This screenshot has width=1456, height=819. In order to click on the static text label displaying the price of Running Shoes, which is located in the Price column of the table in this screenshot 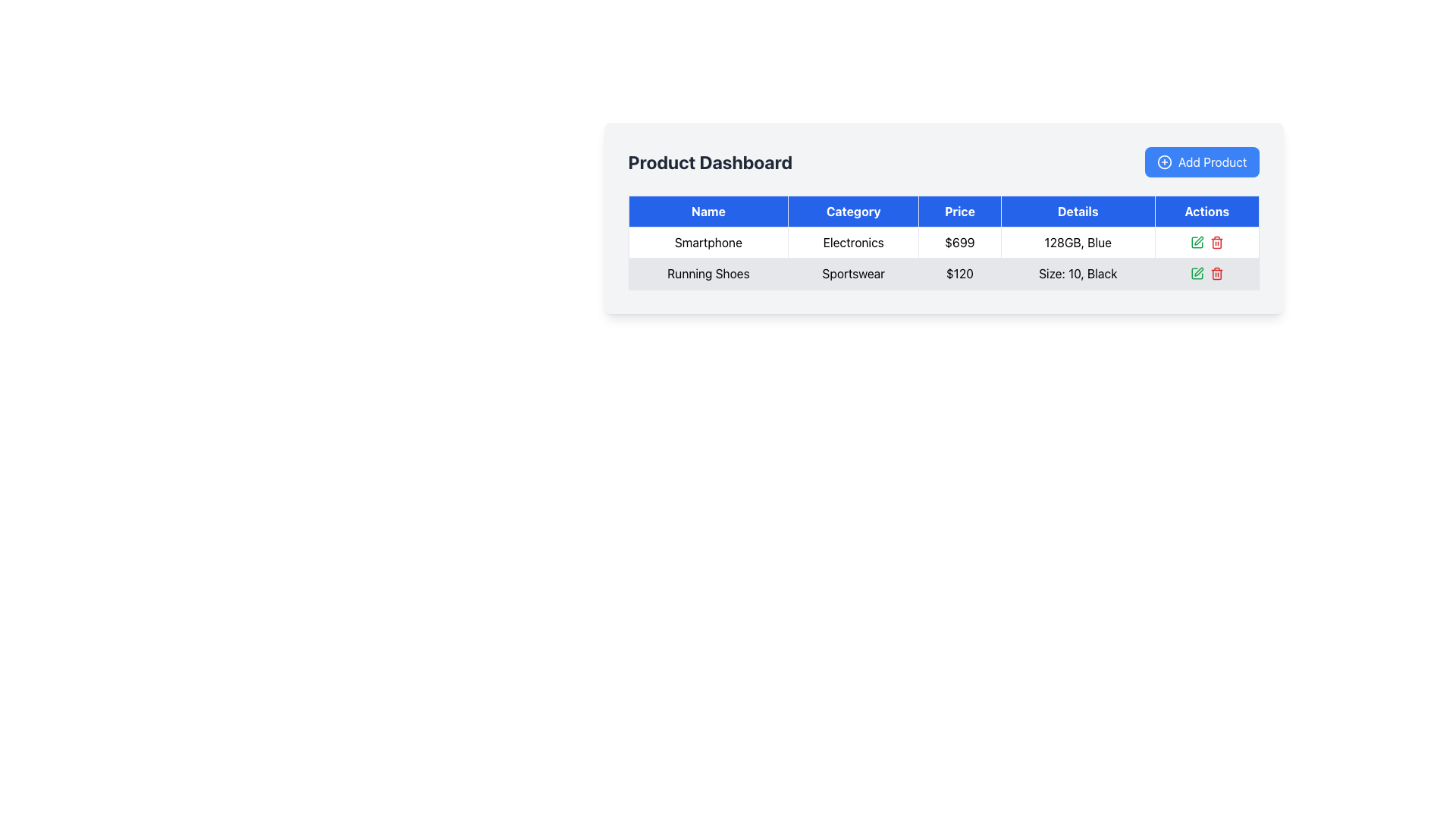, I will do `click(959, 274)`.